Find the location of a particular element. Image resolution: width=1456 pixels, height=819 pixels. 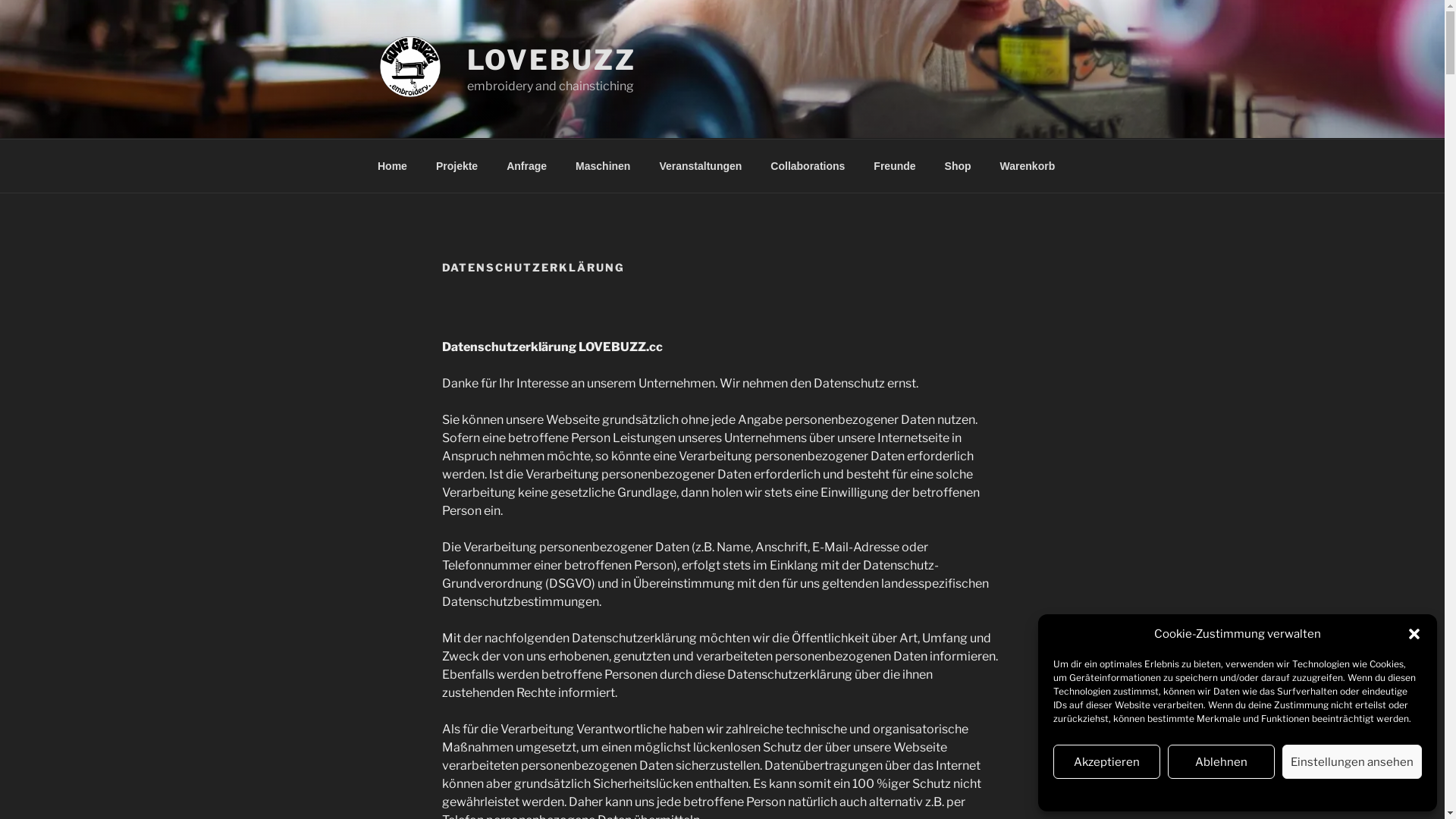

'LOVEBUZZ' is located at coordinates (551, 58).